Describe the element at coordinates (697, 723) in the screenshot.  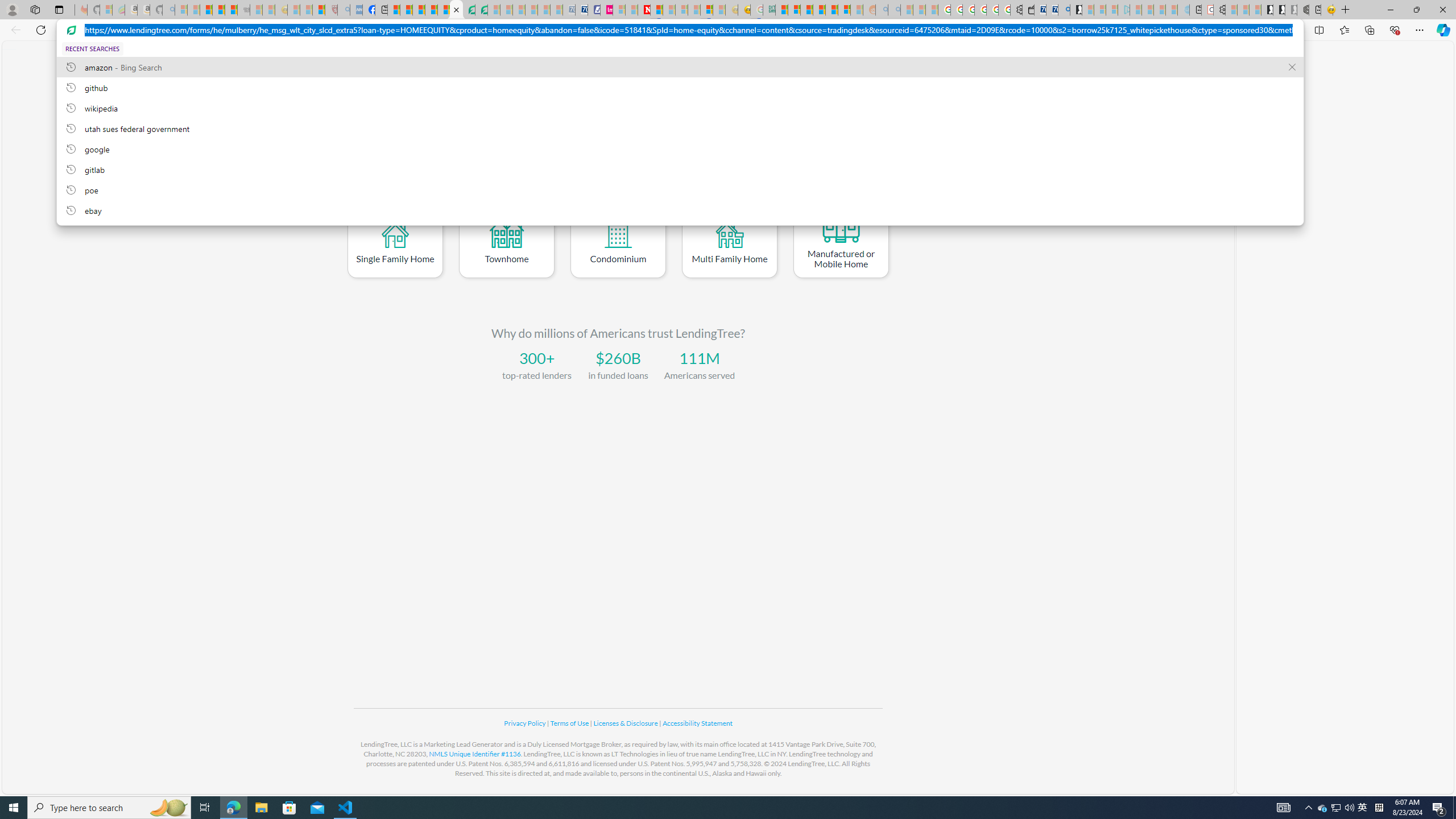
I see `'Accessibility Statement'` at that location.